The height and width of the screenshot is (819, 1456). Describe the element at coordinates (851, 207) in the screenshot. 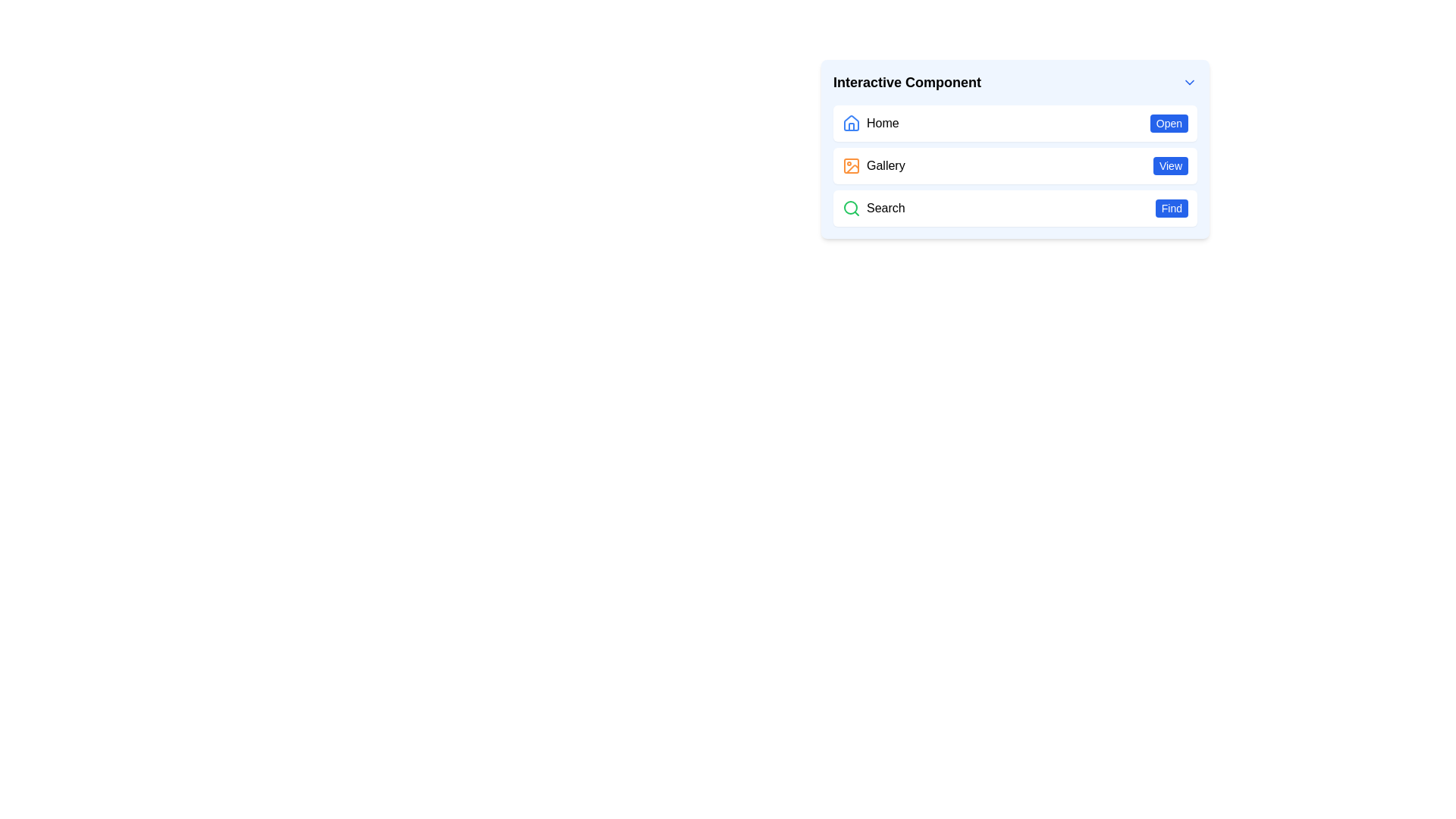

I see `the leftmost circular SVG icon representing the Search functionality within the 'Interactive Component' widget` at that location.